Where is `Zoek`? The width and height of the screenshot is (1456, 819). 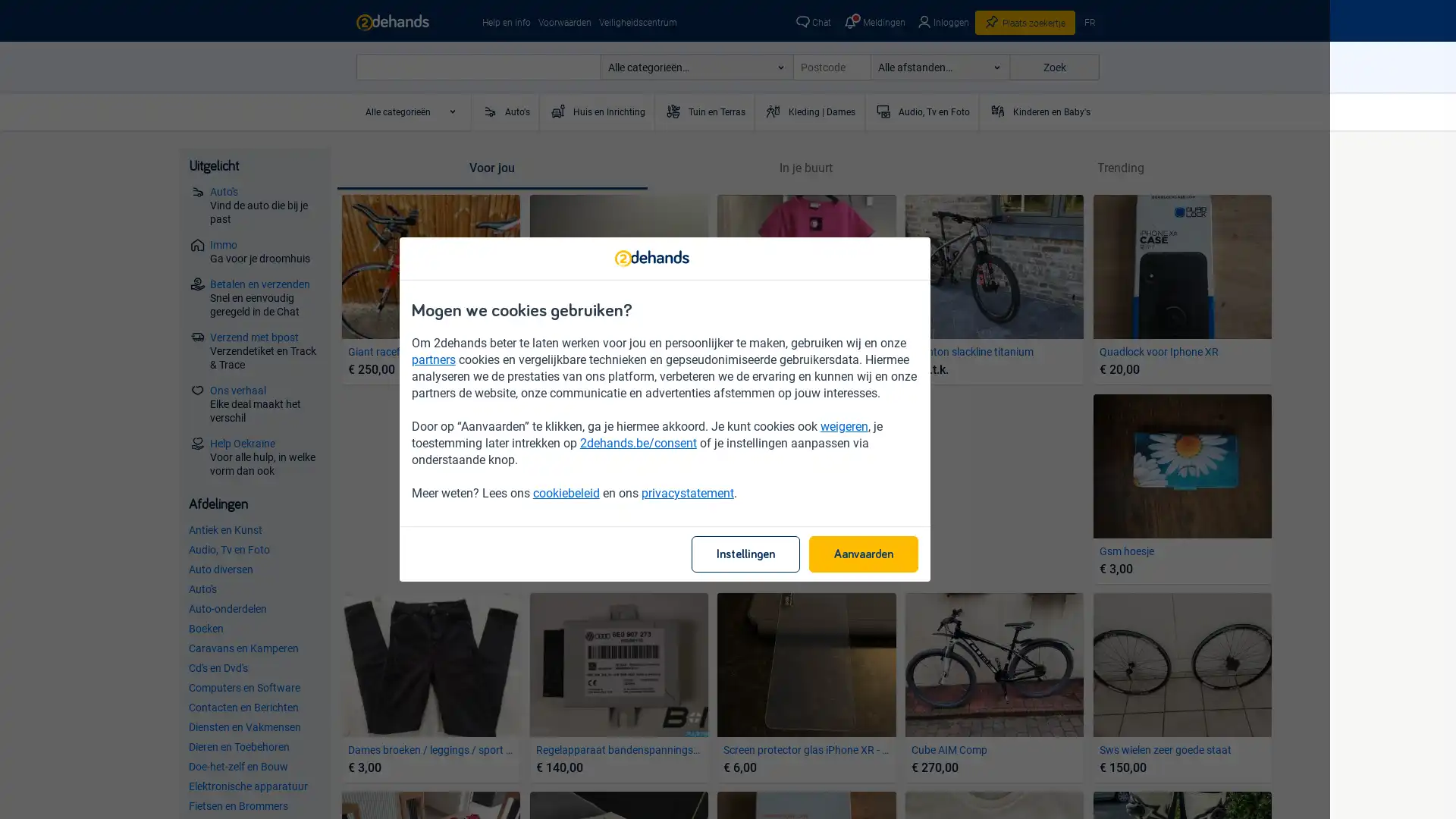
Zoek is located at coordinates (1053, 66).